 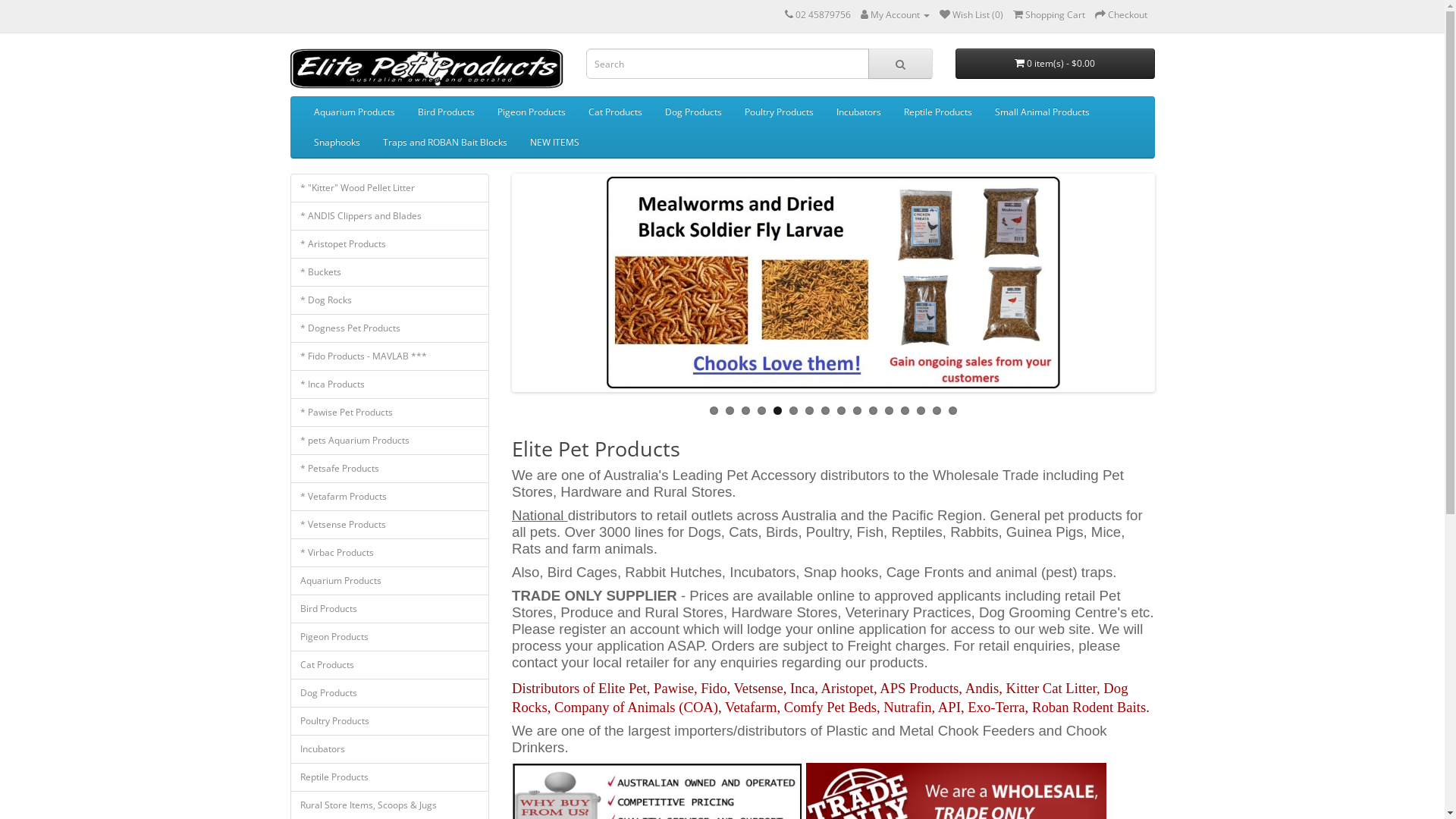 I want to click on '0 item(s) - $0.00', so click(x=1054, y=63).